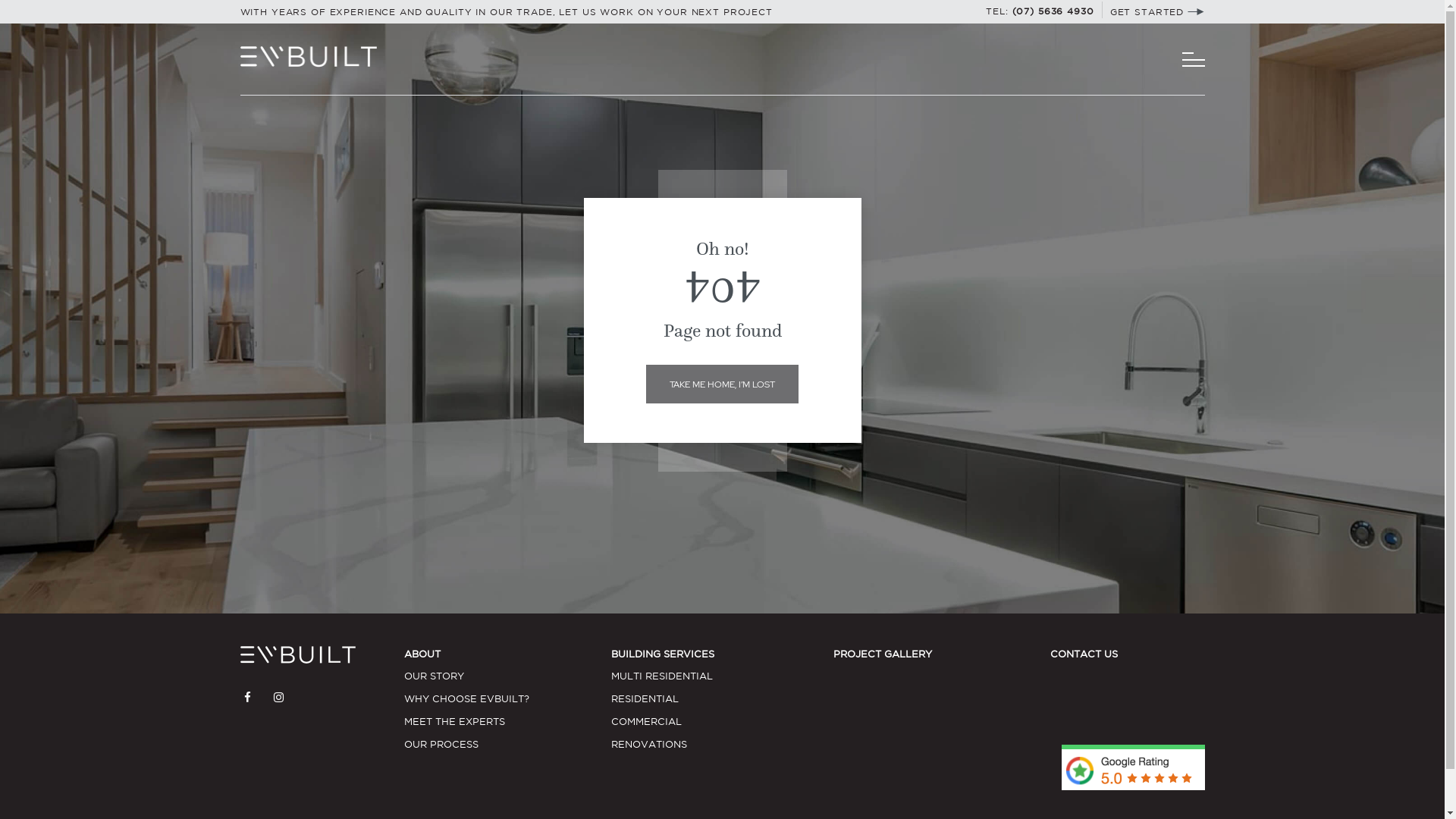 This screenshot has width=1456, height=819. Describe the element at coordinates (1083, 653) in the screenshot. I see `'CONTACT US'` at that location.